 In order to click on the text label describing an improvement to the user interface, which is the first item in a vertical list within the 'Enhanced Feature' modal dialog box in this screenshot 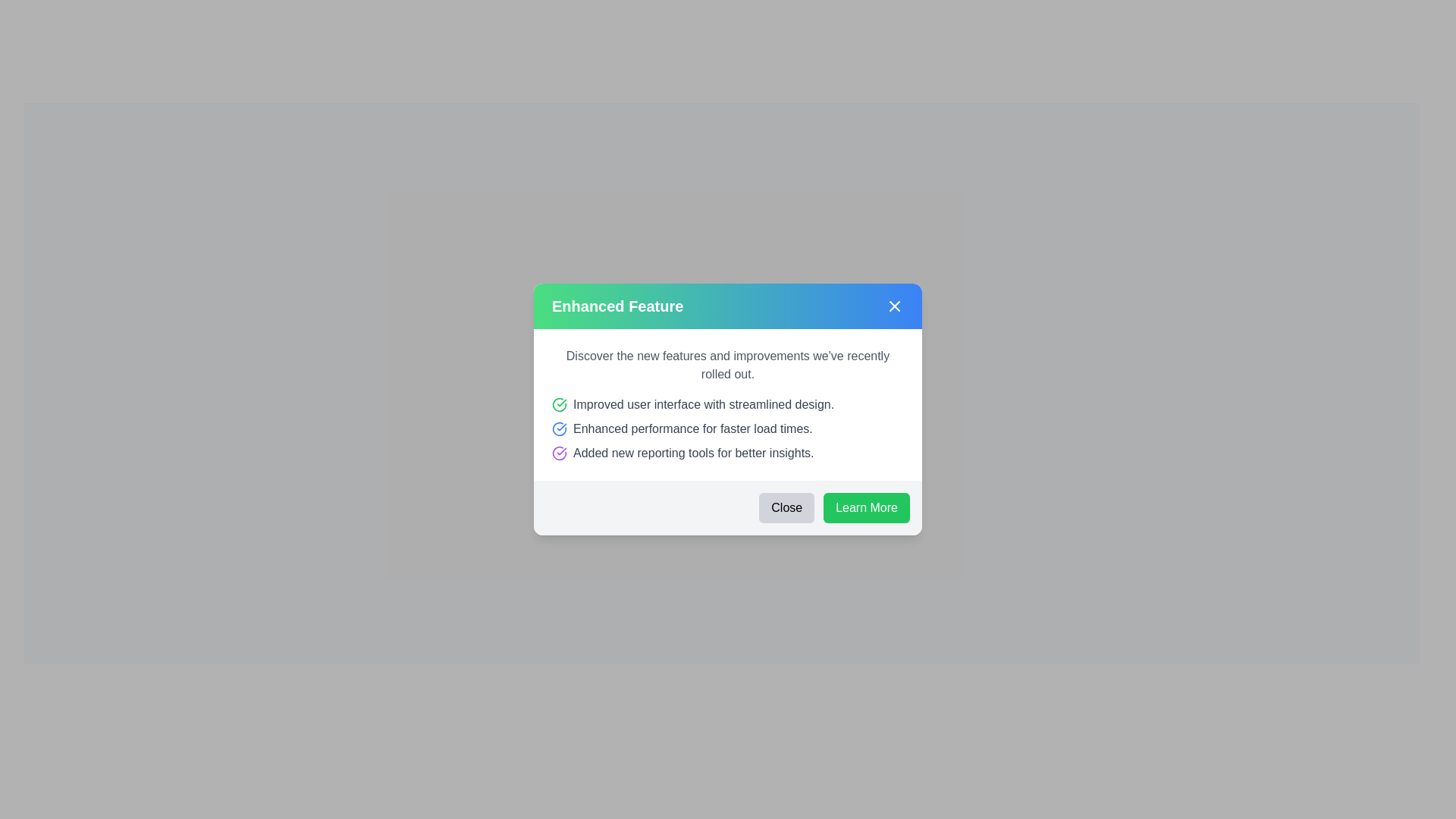, I will do `click(703, 403)`.